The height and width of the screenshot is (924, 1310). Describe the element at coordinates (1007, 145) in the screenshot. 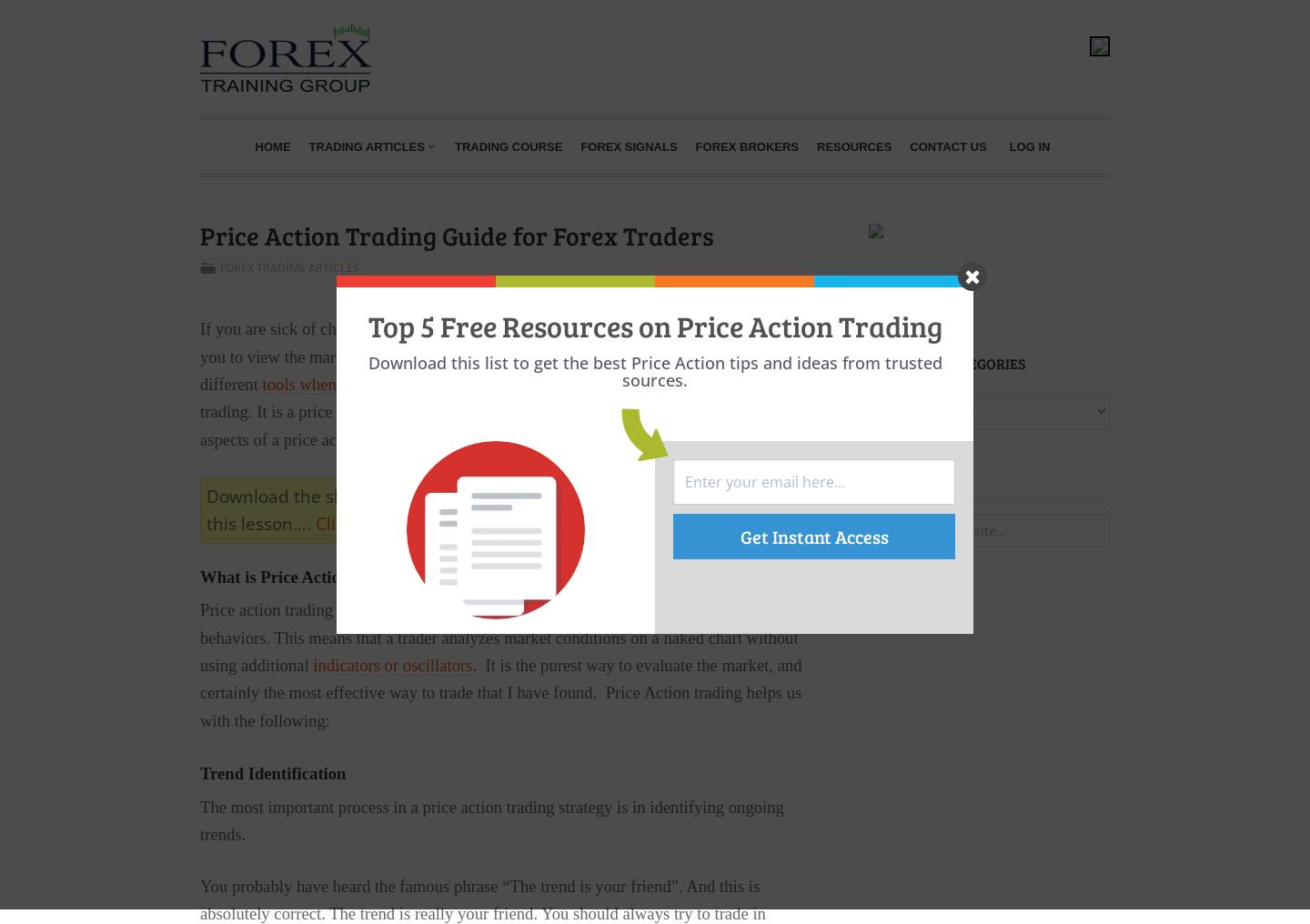

I see `'Log In'` at that location.